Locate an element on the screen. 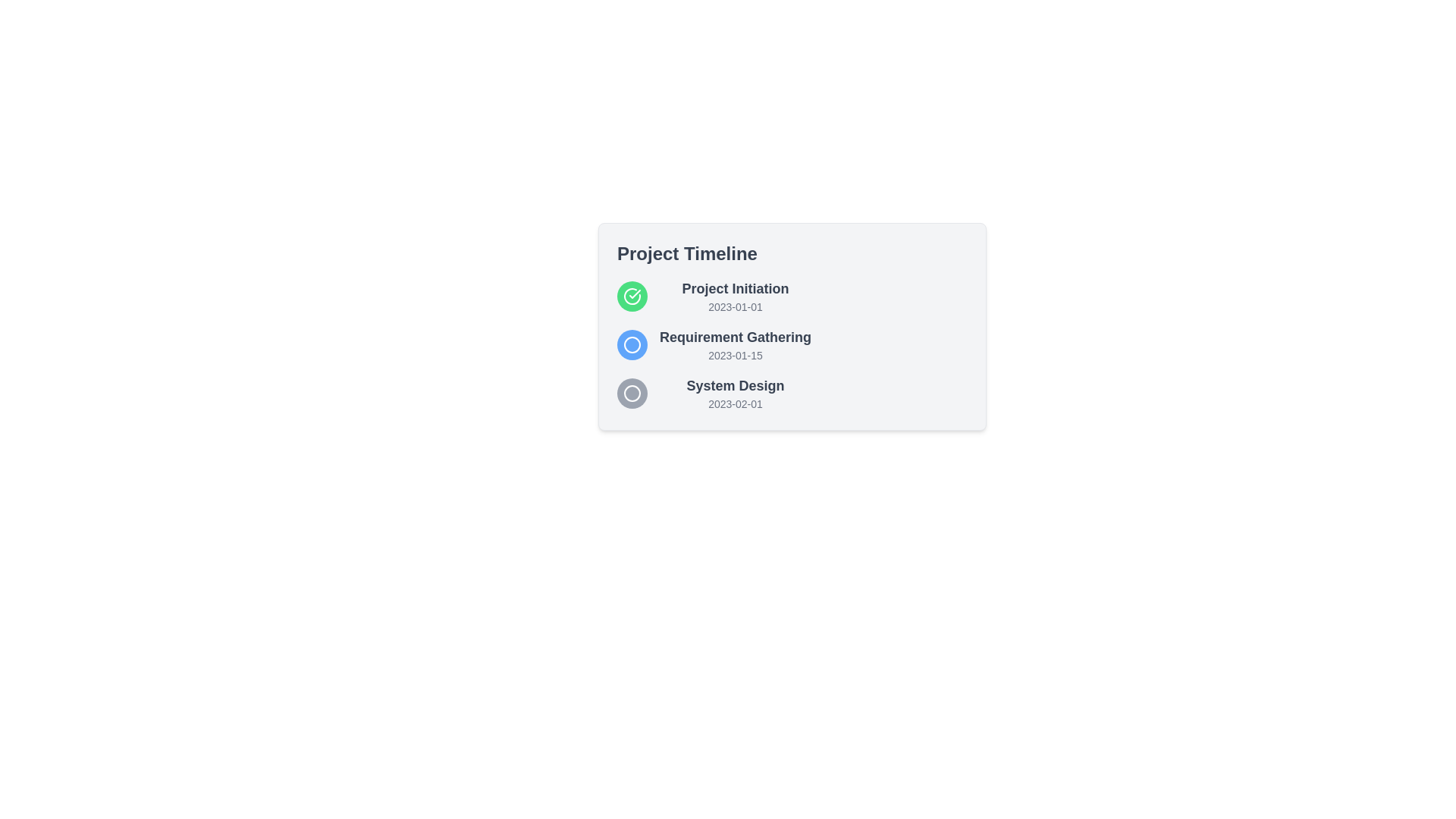 The image size is (1456, 819). the Circular graphic representing the 'System Design' phase in the project timeline is located at coordinates (632, 393).